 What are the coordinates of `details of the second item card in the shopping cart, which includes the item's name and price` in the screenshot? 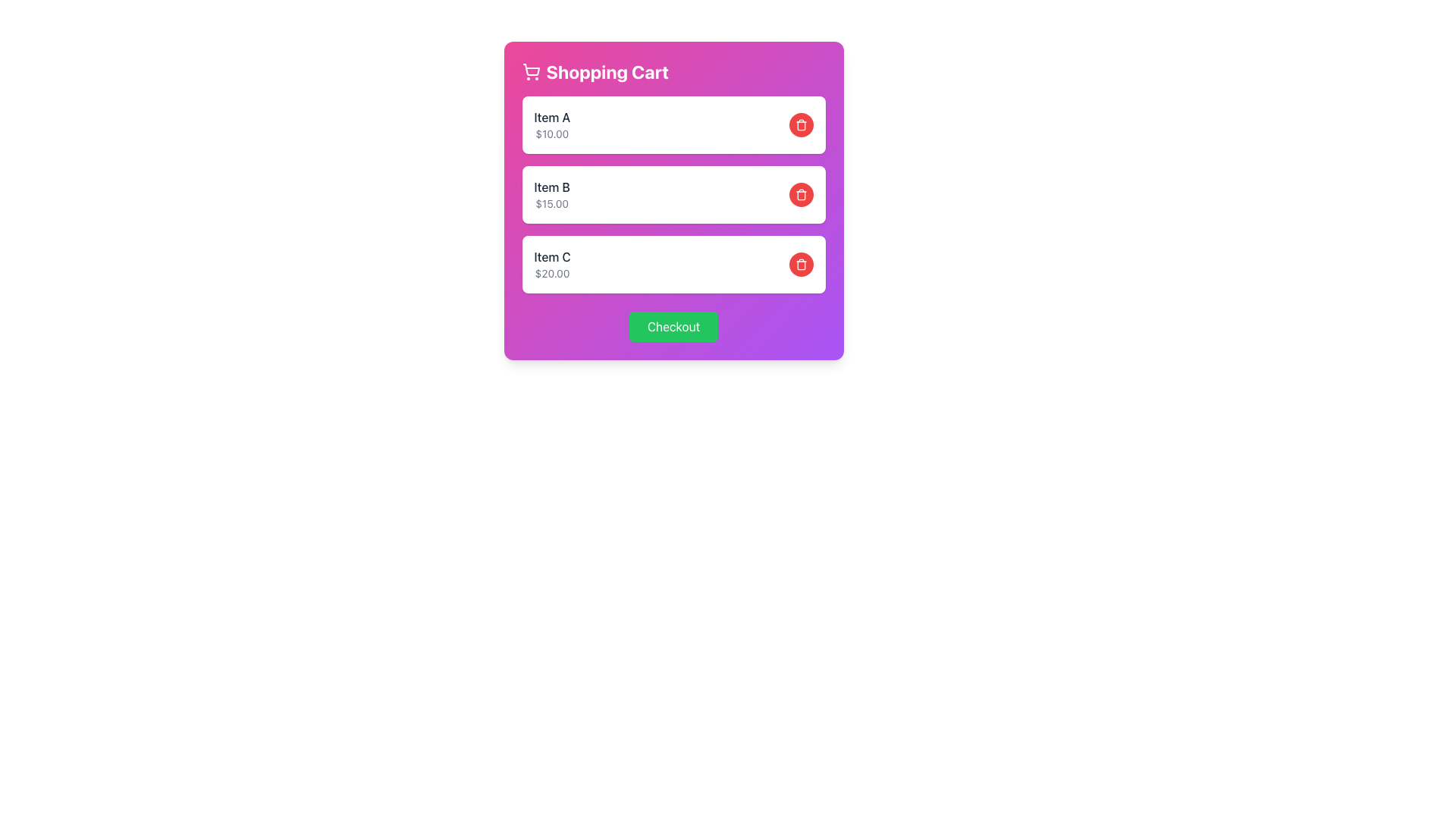 It's located at (673, 194).